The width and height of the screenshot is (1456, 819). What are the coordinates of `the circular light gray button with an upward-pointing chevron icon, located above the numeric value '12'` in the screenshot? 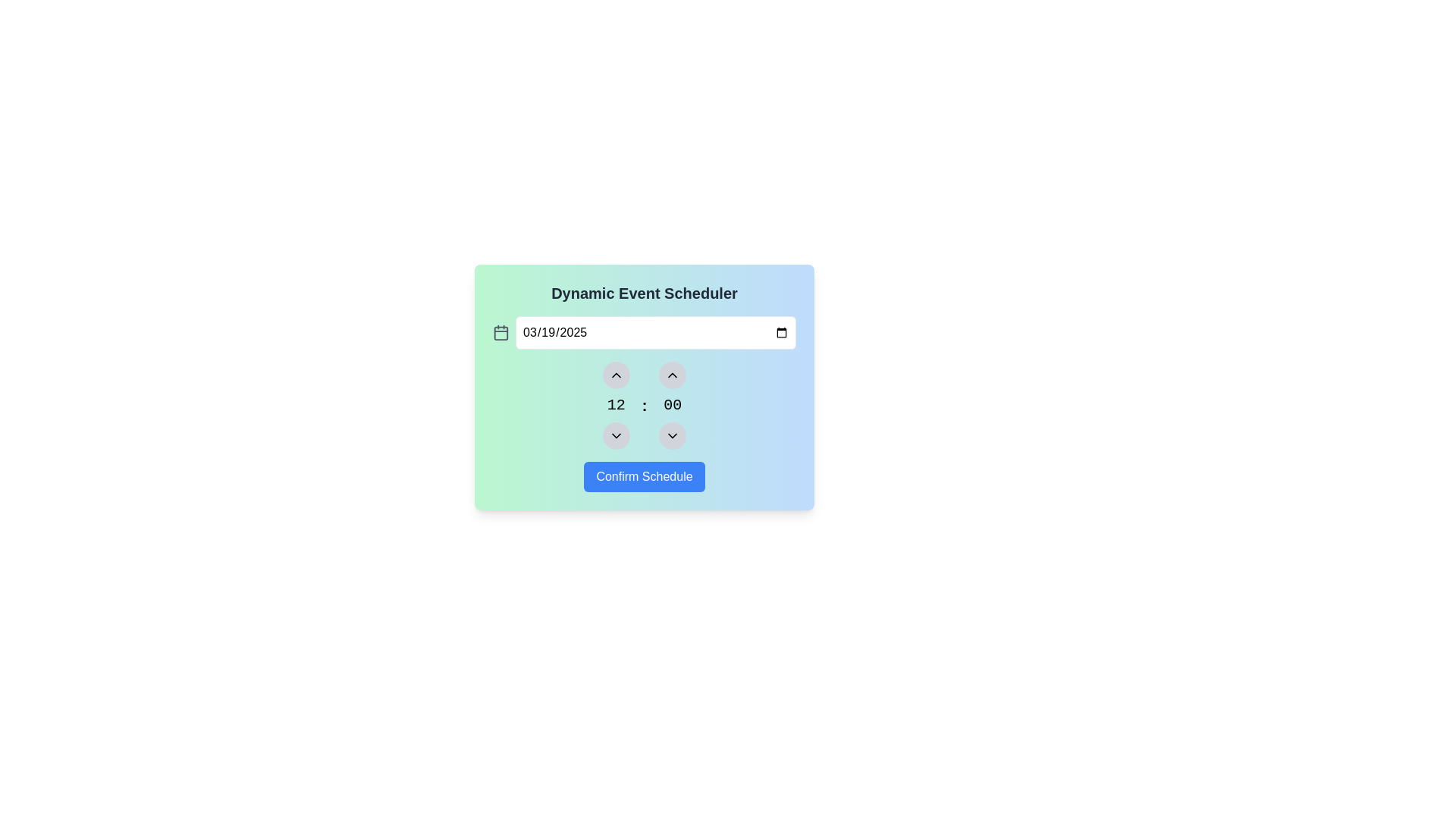 It's located at (616, 375).